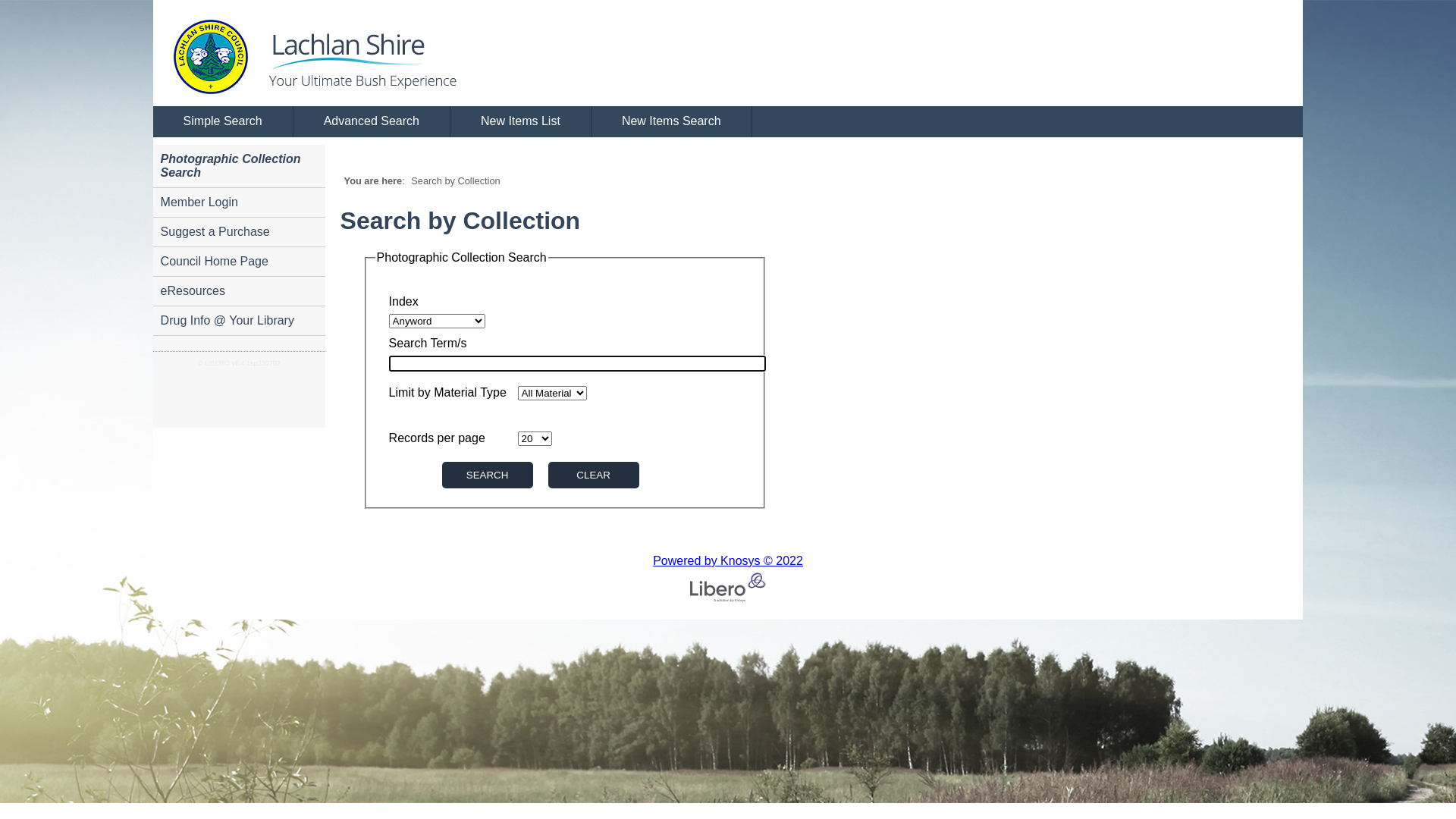  What do you see at coordinates (222, 121) in the screenshot?
I see `'Simple Search'` at bounding box center [222, 121].